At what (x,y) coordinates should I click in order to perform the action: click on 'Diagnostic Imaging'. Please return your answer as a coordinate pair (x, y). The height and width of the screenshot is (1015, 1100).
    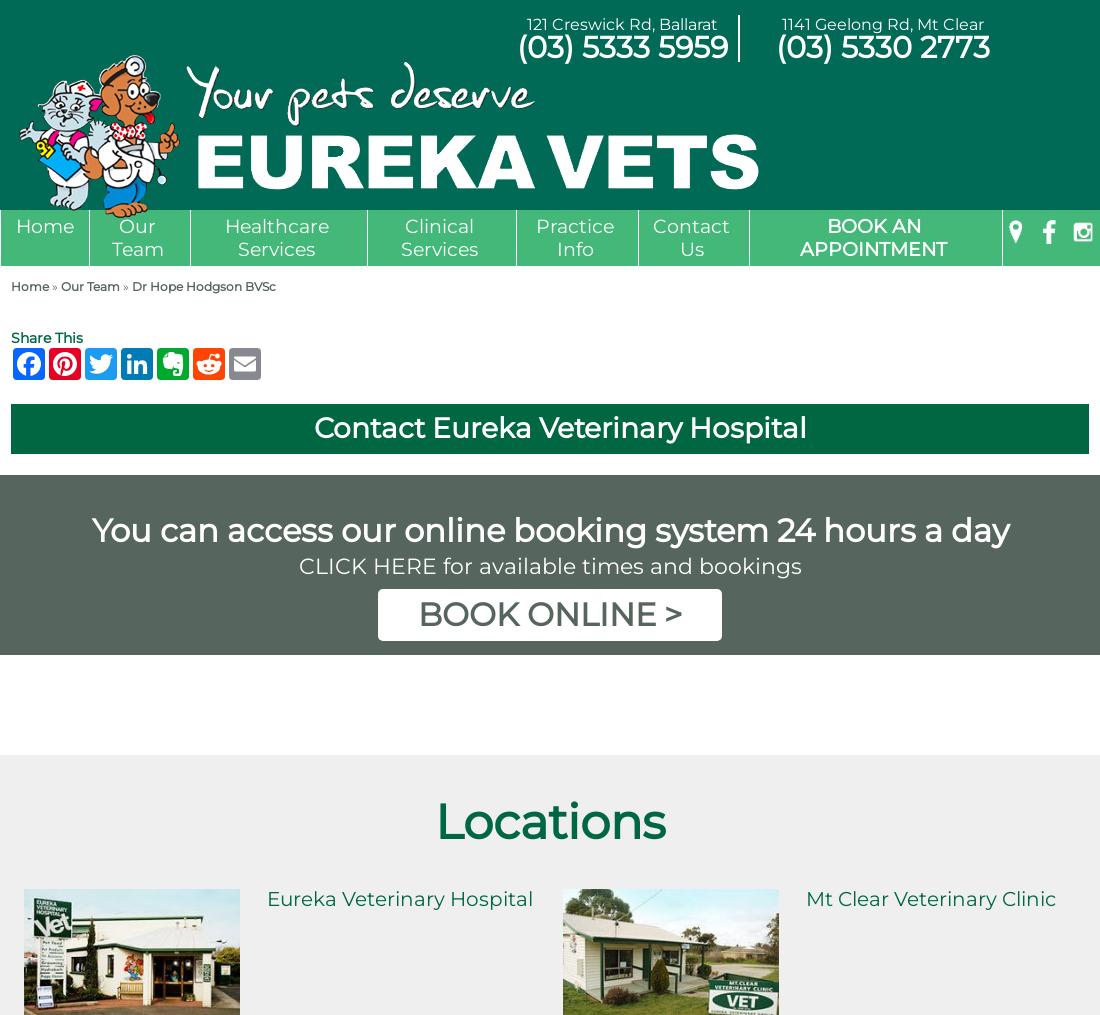
    Looking at the image, I should click on (453, 513).